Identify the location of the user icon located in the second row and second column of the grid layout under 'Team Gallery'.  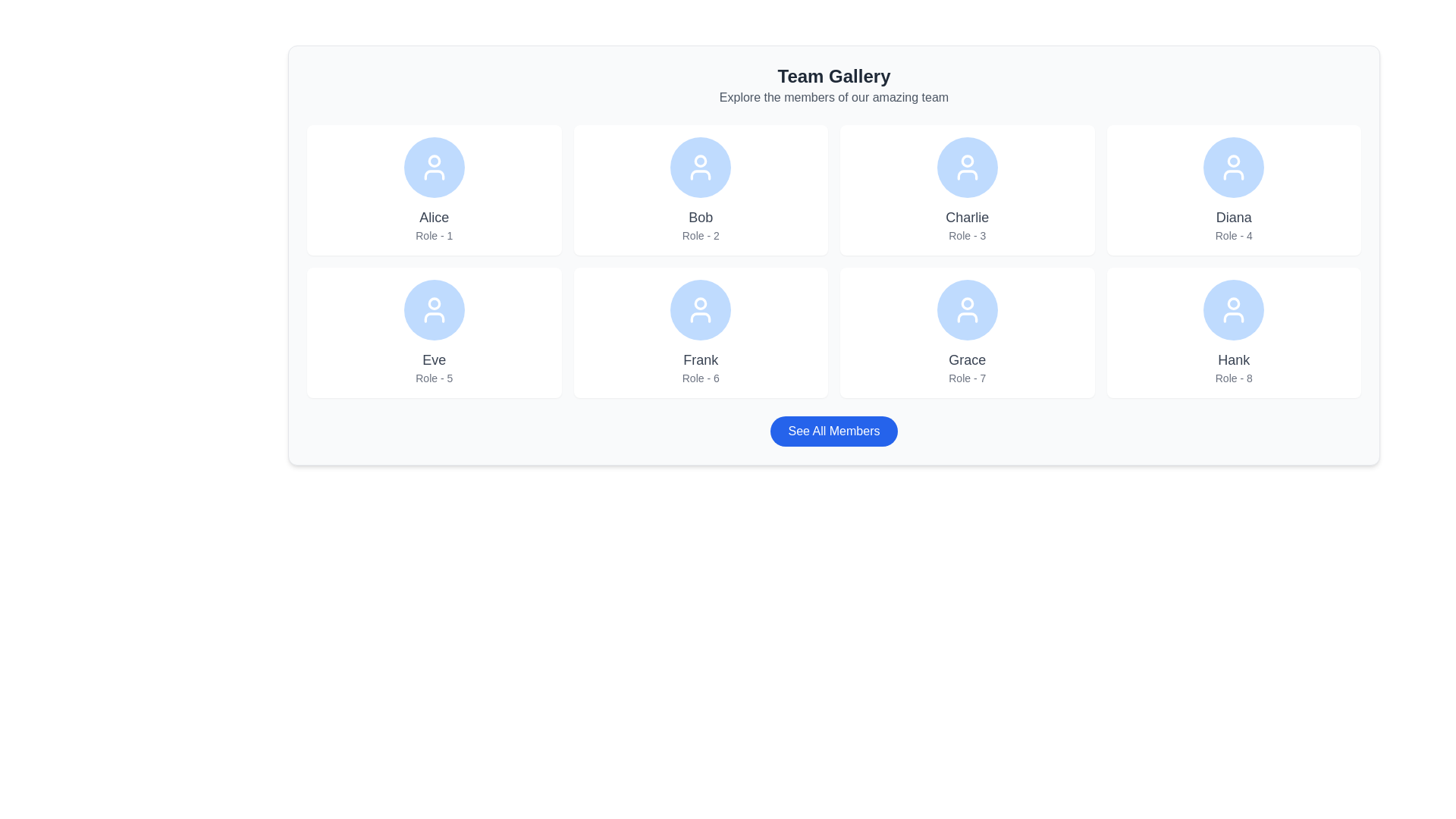
(966, 309).